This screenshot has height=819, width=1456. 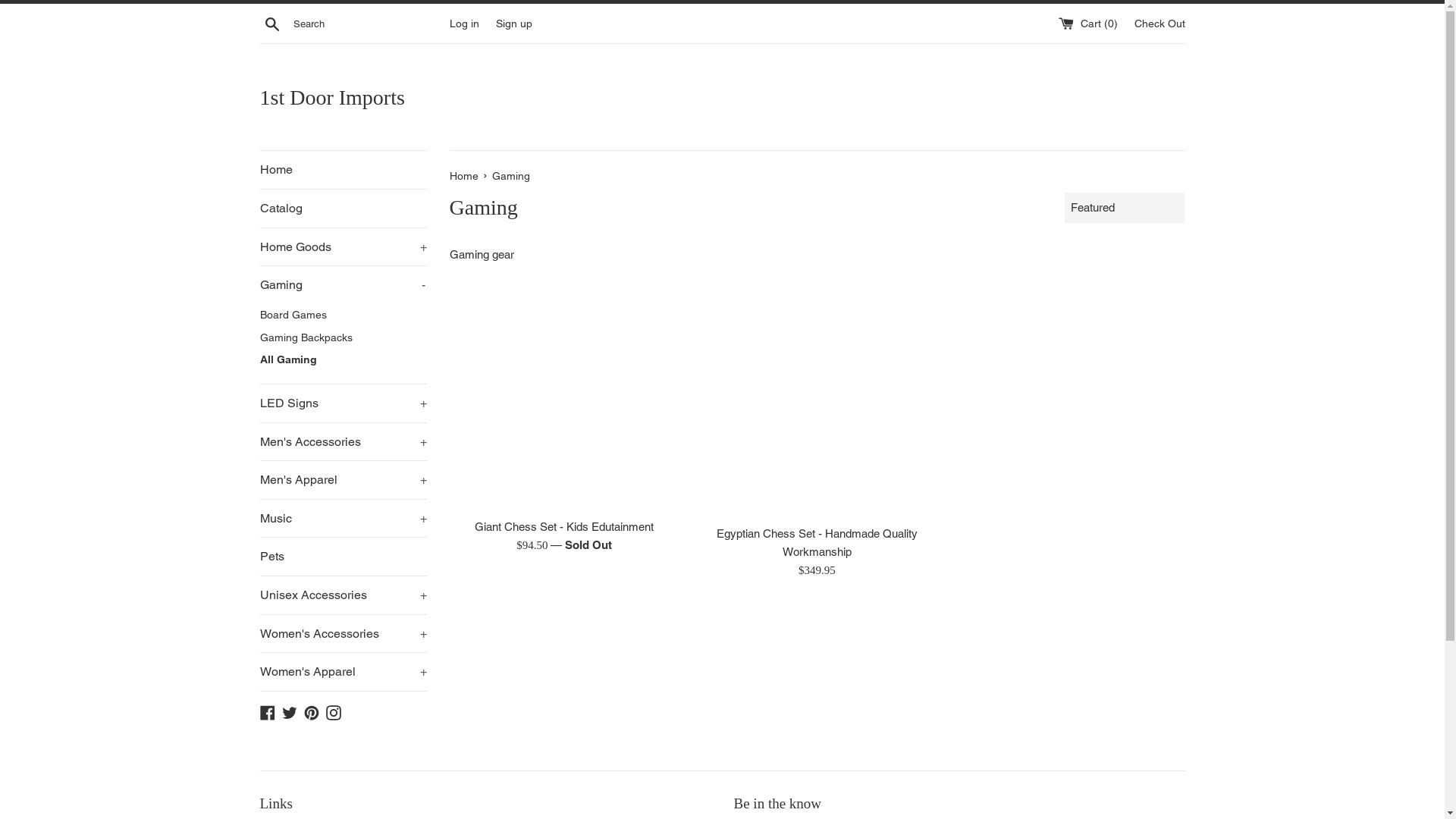 What do you see at coordinates (816, 400) in the screenshot?
I see `'Egyptian Chess Set - Handmade Quality Workmanship'` at bounding box center [816, 400].